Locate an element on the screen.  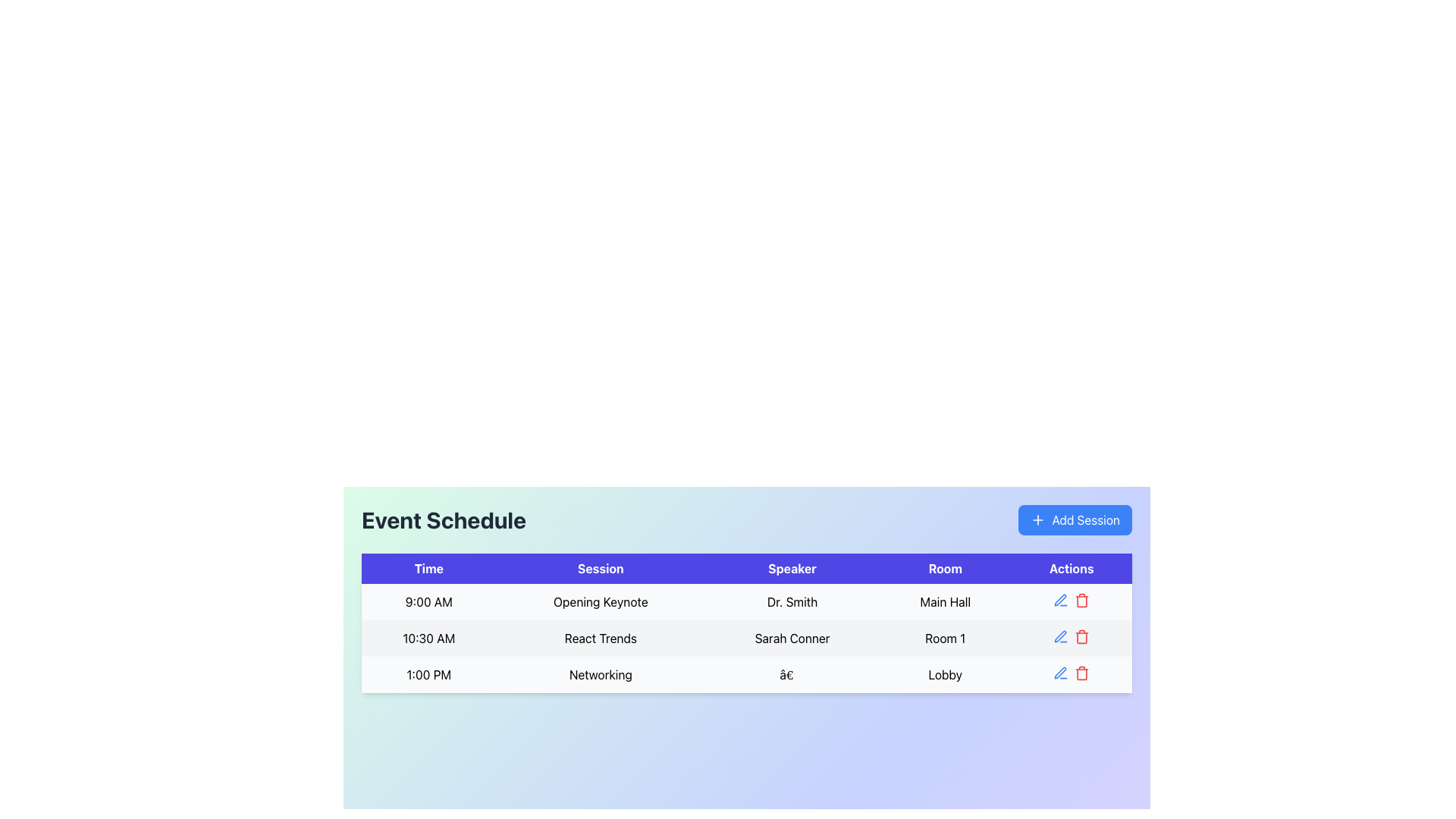
the trash can-shaped delete icon located in the 'Actions' column of the second row in the 'Event Schedule' table is located at coordinates (1081, 638).